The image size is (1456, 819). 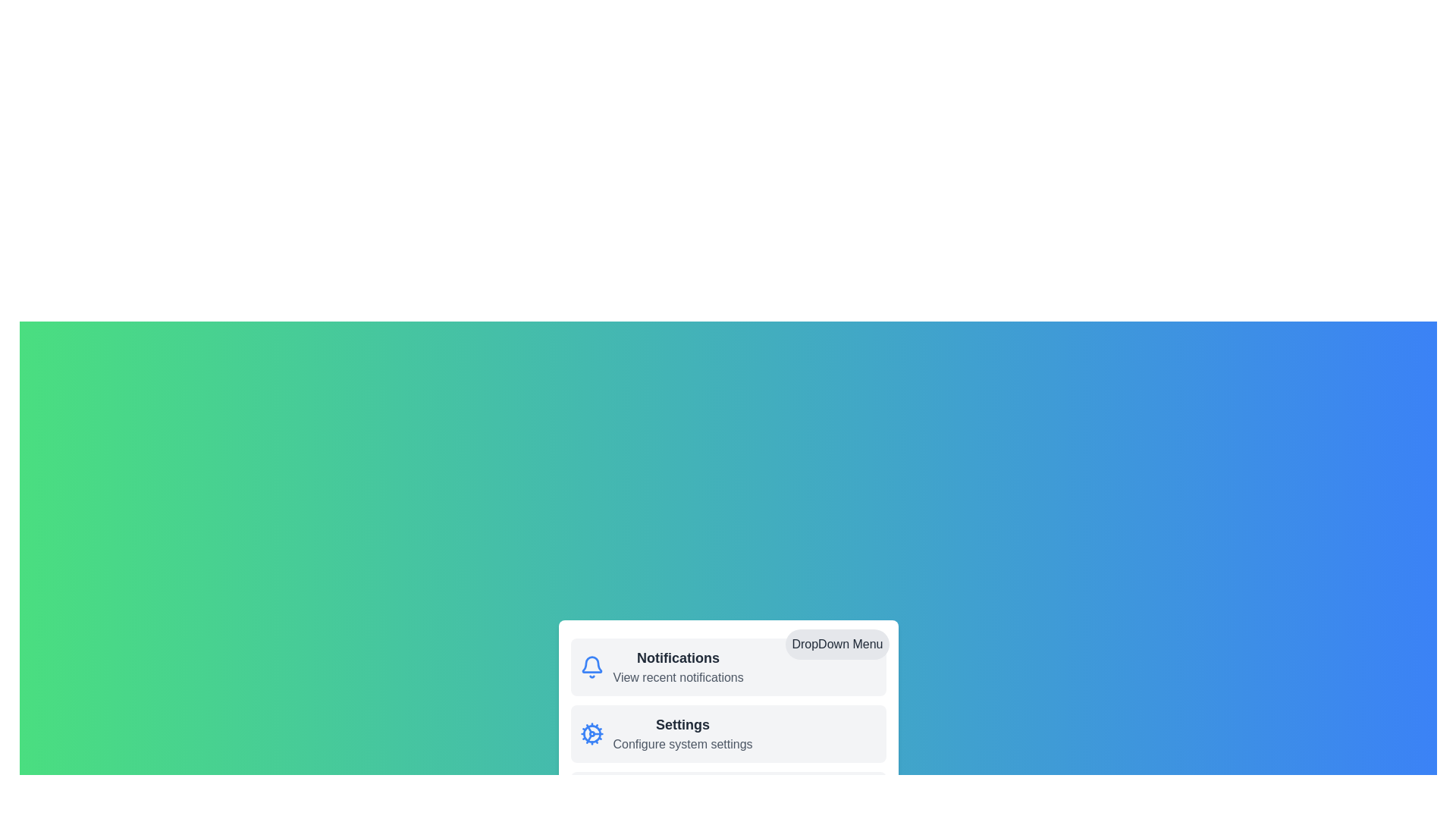 I want to click on the Settings menu item, so click(x=682, y=724).